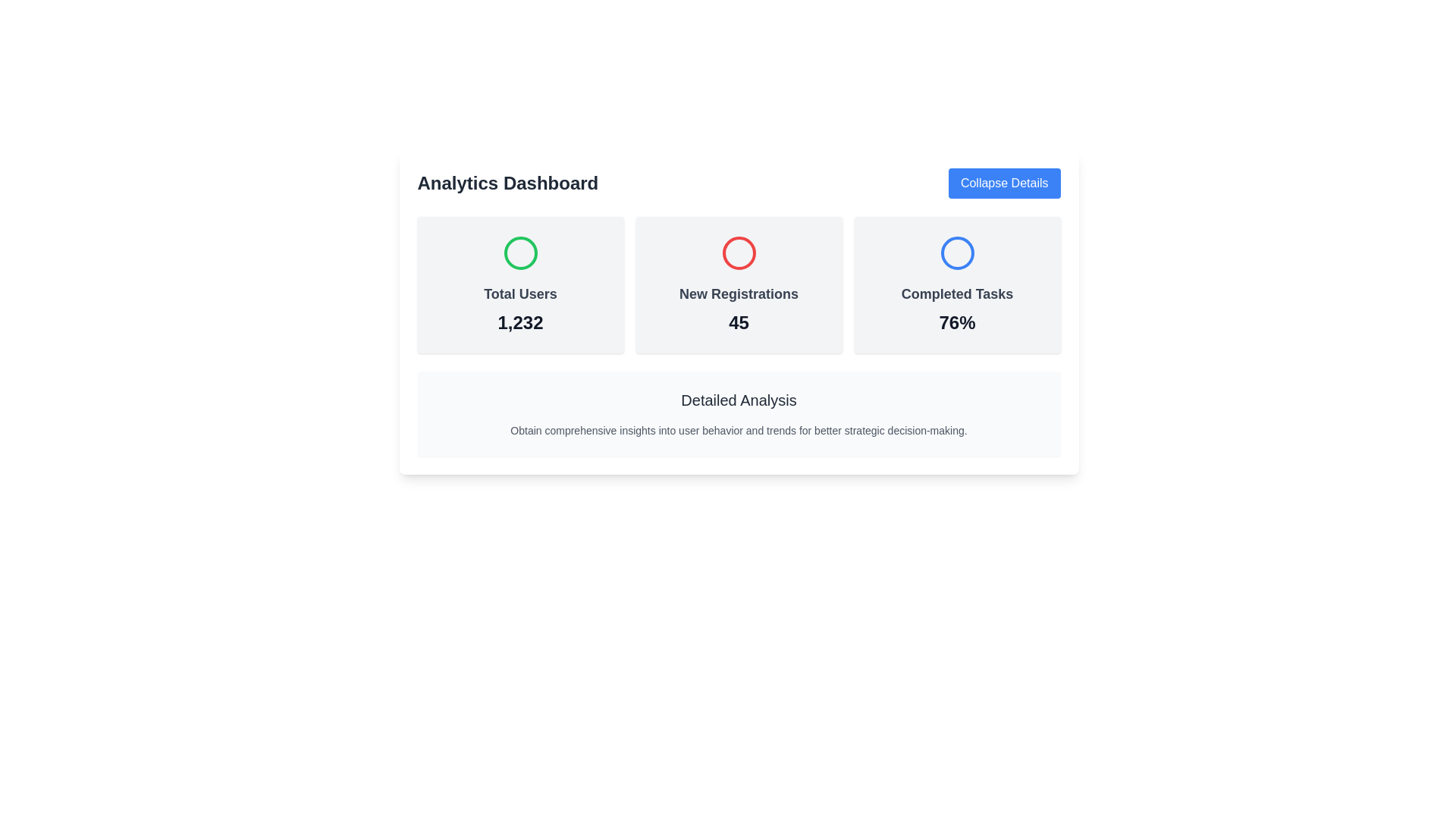 Image resolution: width=1456 pixels, height=819 pixels. Describe the element at coordinates (520, 322) in the screenshot. I see `the value '1,232' displayed in bold, large-sized black text` at that location.